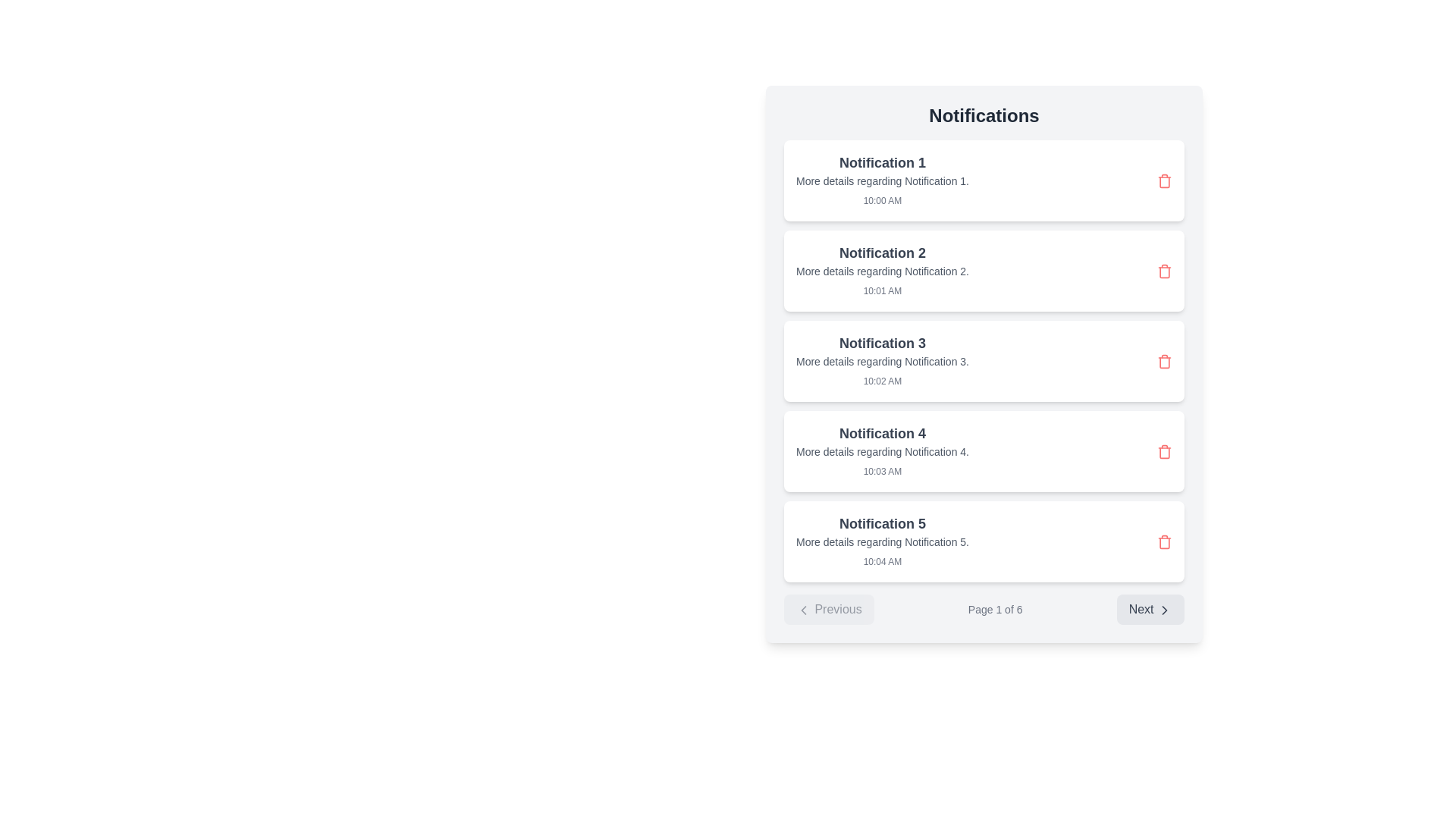 The height and width of the screenshot is (819, 1456). Describe the element at coordinates (883, 470) in the screenshot. I see `the timestamp label indicating when 'Notification 4' occurred, located in the bottom-right section of its notification card` at that location.